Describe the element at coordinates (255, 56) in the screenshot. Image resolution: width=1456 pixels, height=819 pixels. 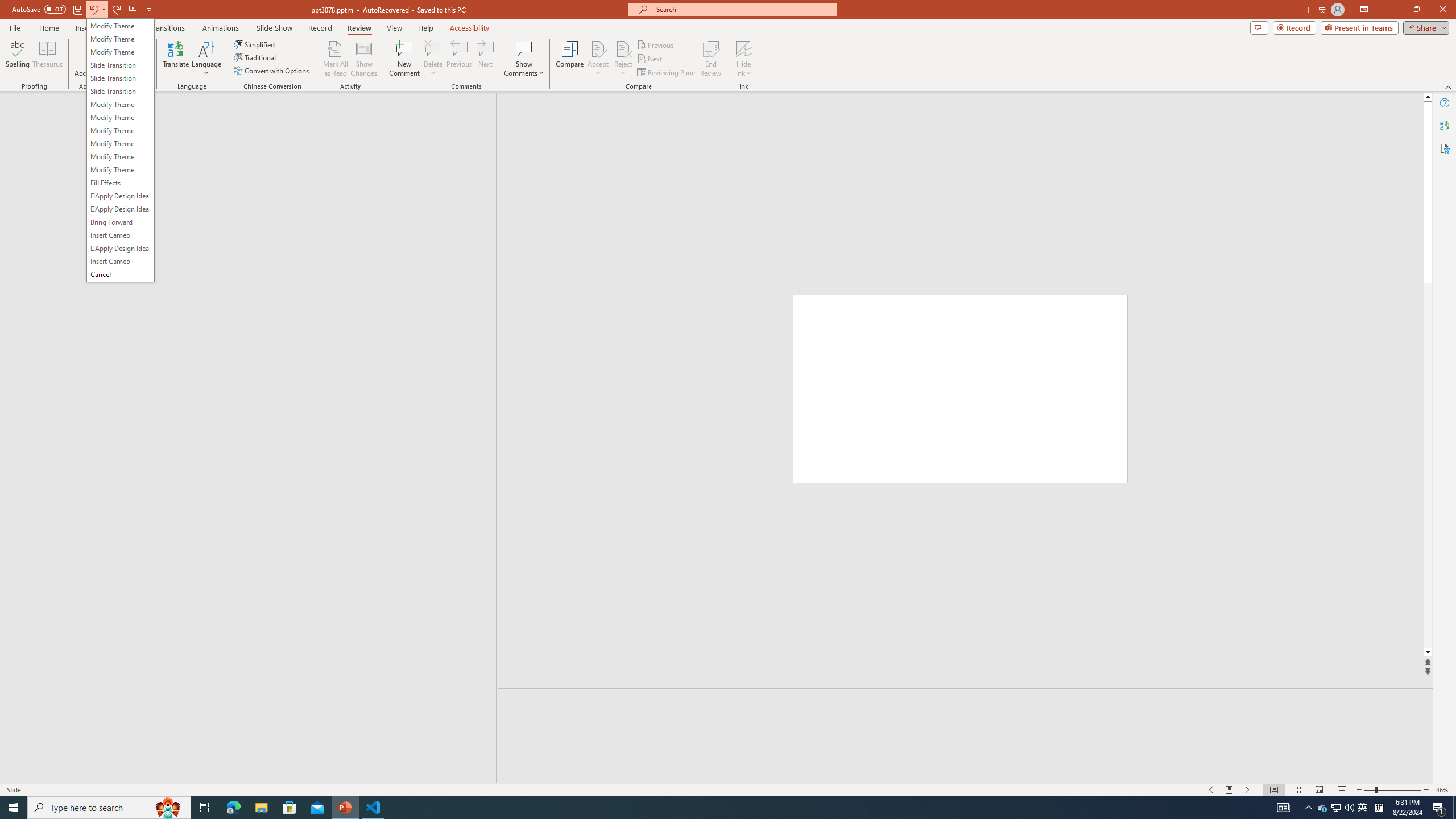
I see `'Traditional'` at that location.